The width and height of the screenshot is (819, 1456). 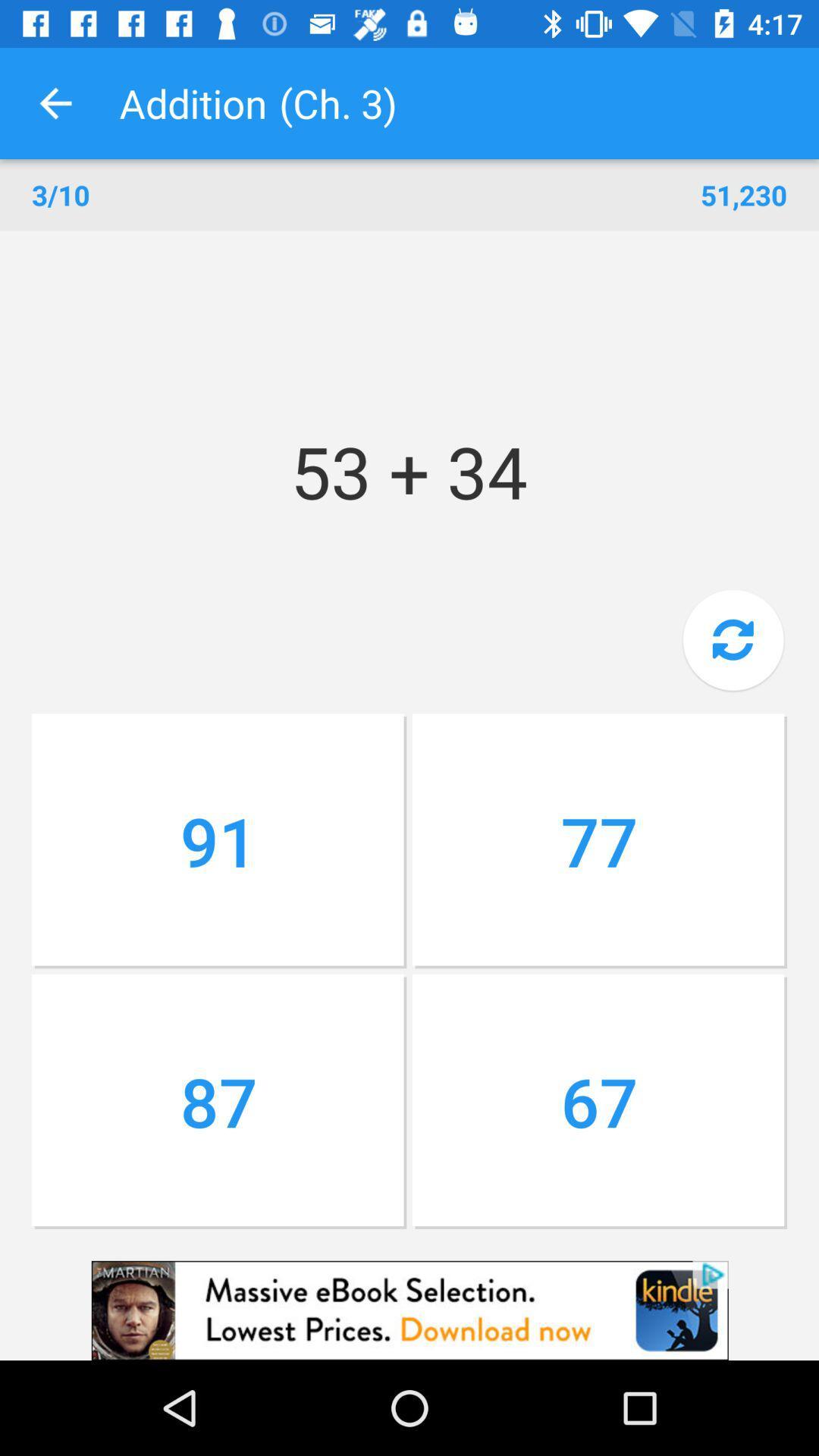 What do you see at coordinates (409, 1310) in the screenshot?
I see `advertisement page` at bounding box center [409, 1310].